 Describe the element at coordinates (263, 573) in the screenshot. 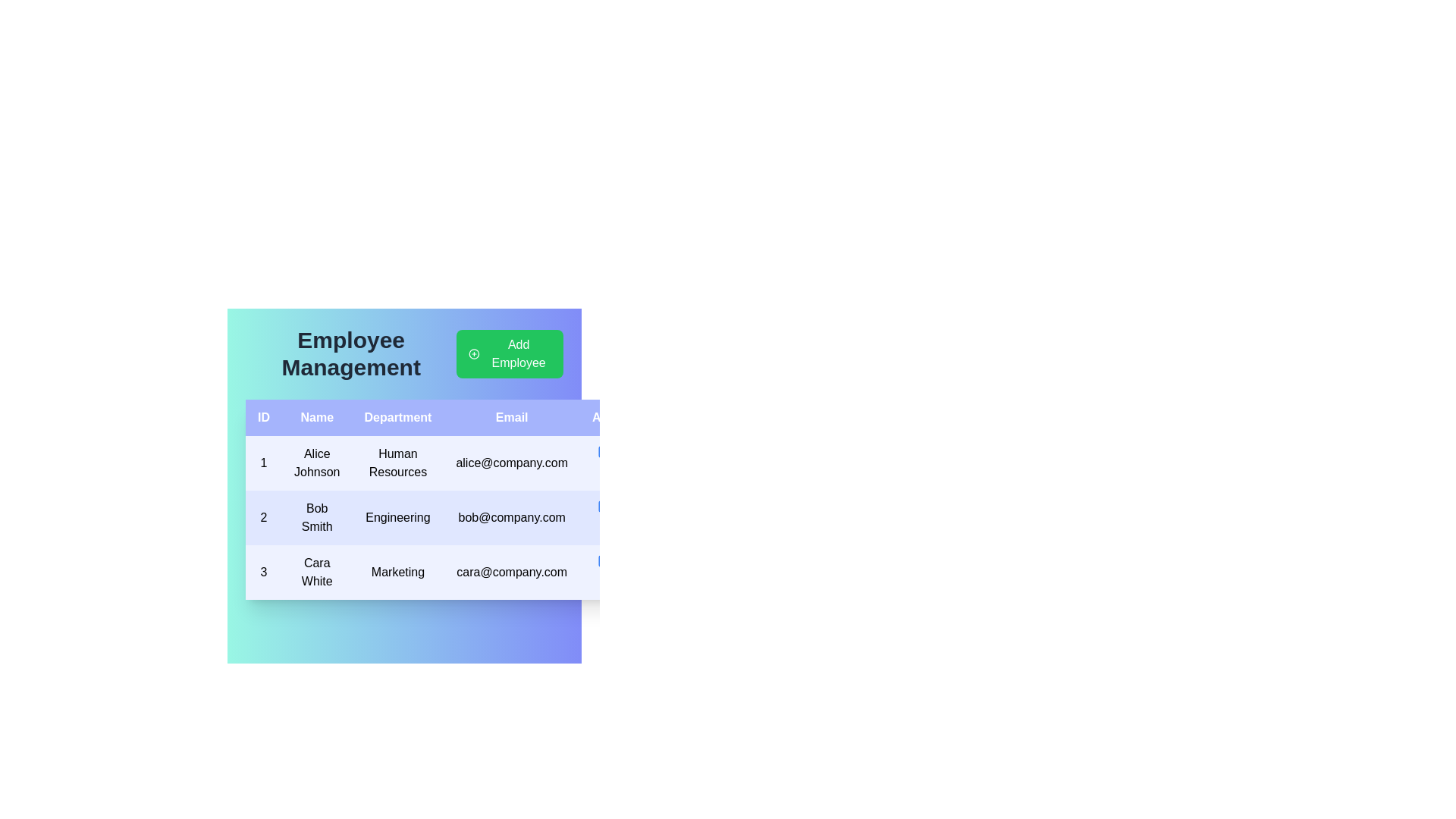

I see `the table cell in the 'ID' column that identifies the user 'Cara White' to associate it with the row information` at that location.